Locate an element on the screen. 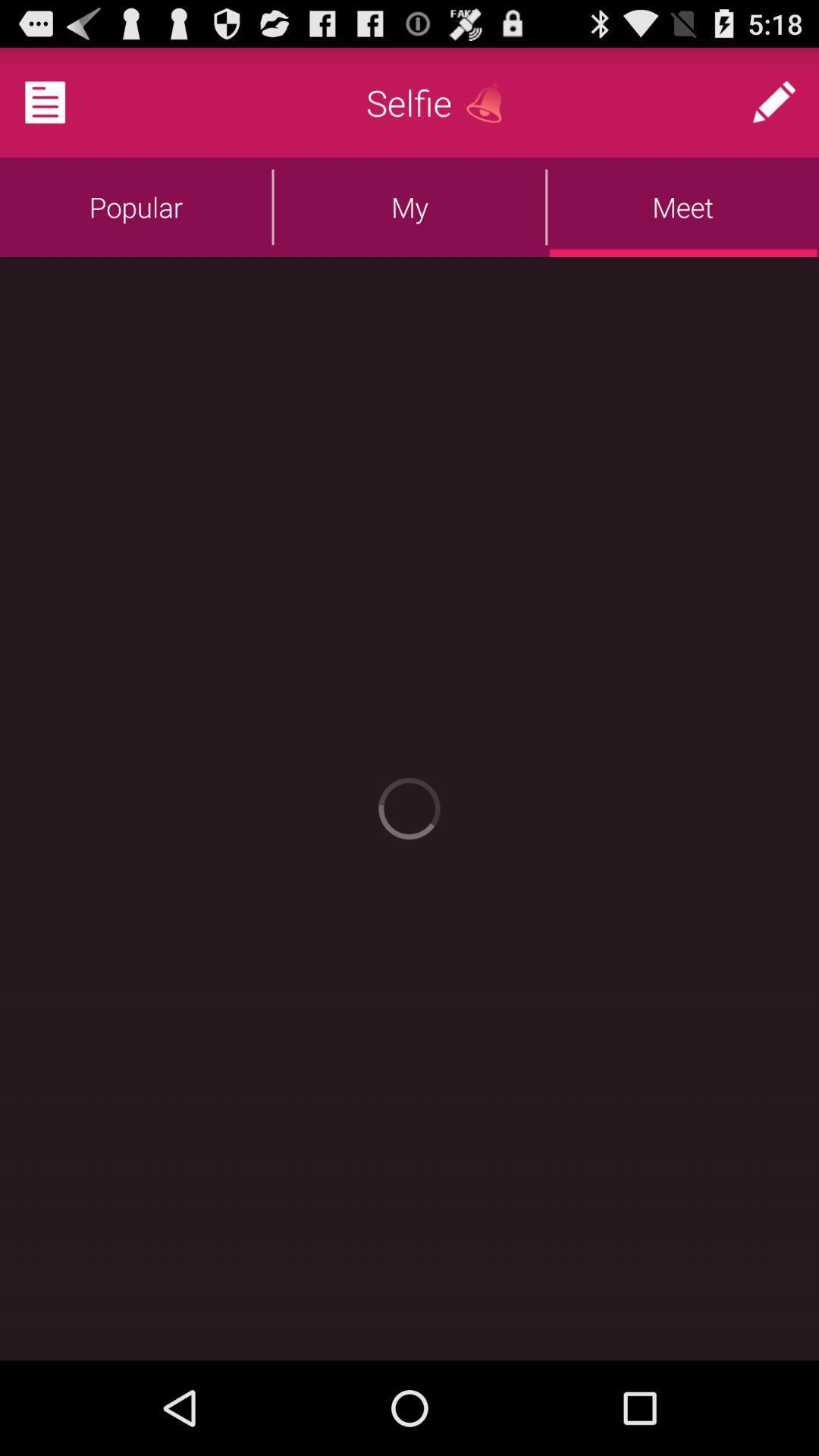 The height and width of the screenshot is (1456, 819). this button allows you to see the menu is located at coordinates (63, 101).